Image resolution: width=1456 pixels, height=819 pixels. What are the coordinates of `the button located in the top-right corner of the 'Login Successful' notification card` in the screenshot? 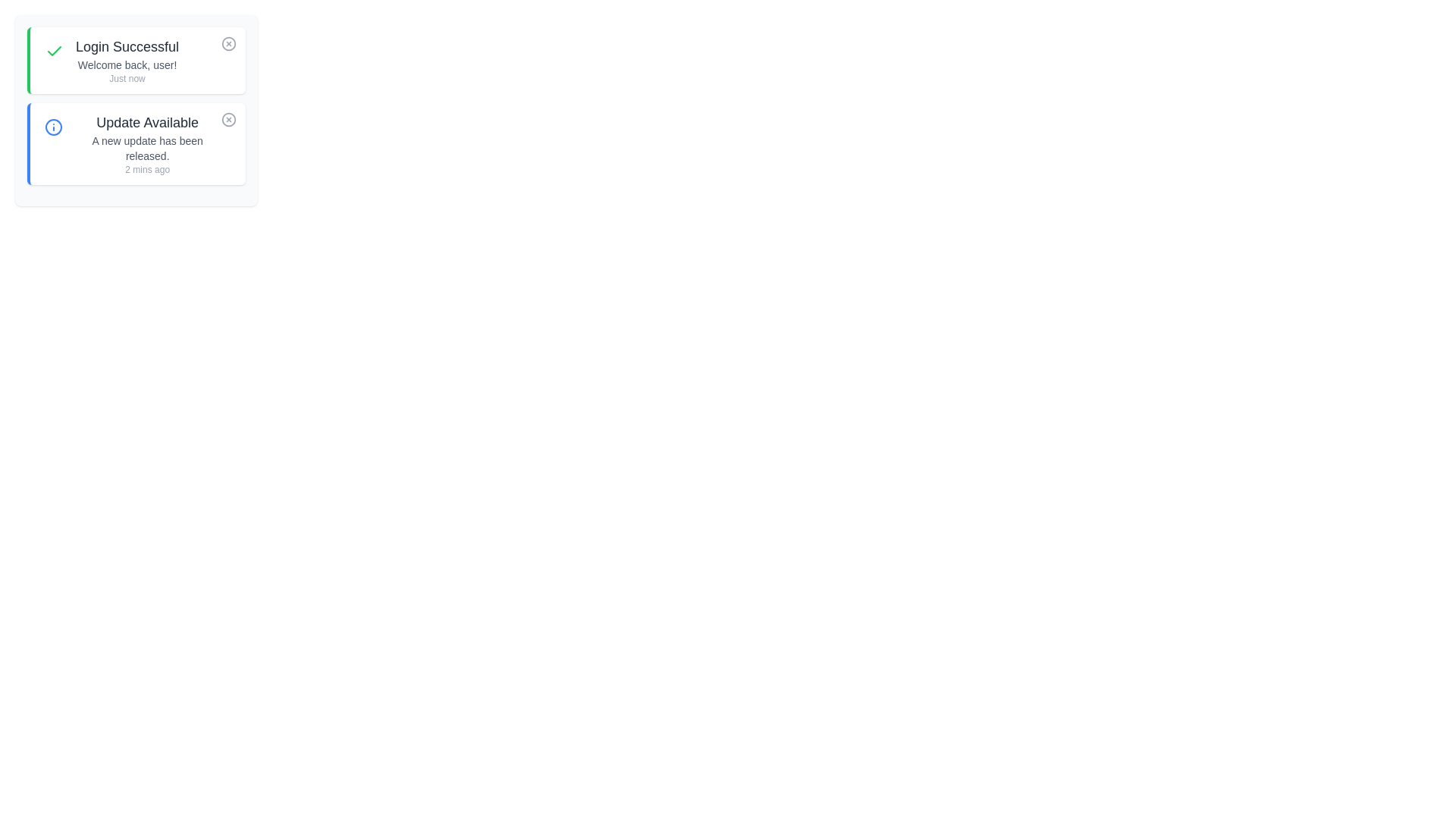 It's located at (228, 42).